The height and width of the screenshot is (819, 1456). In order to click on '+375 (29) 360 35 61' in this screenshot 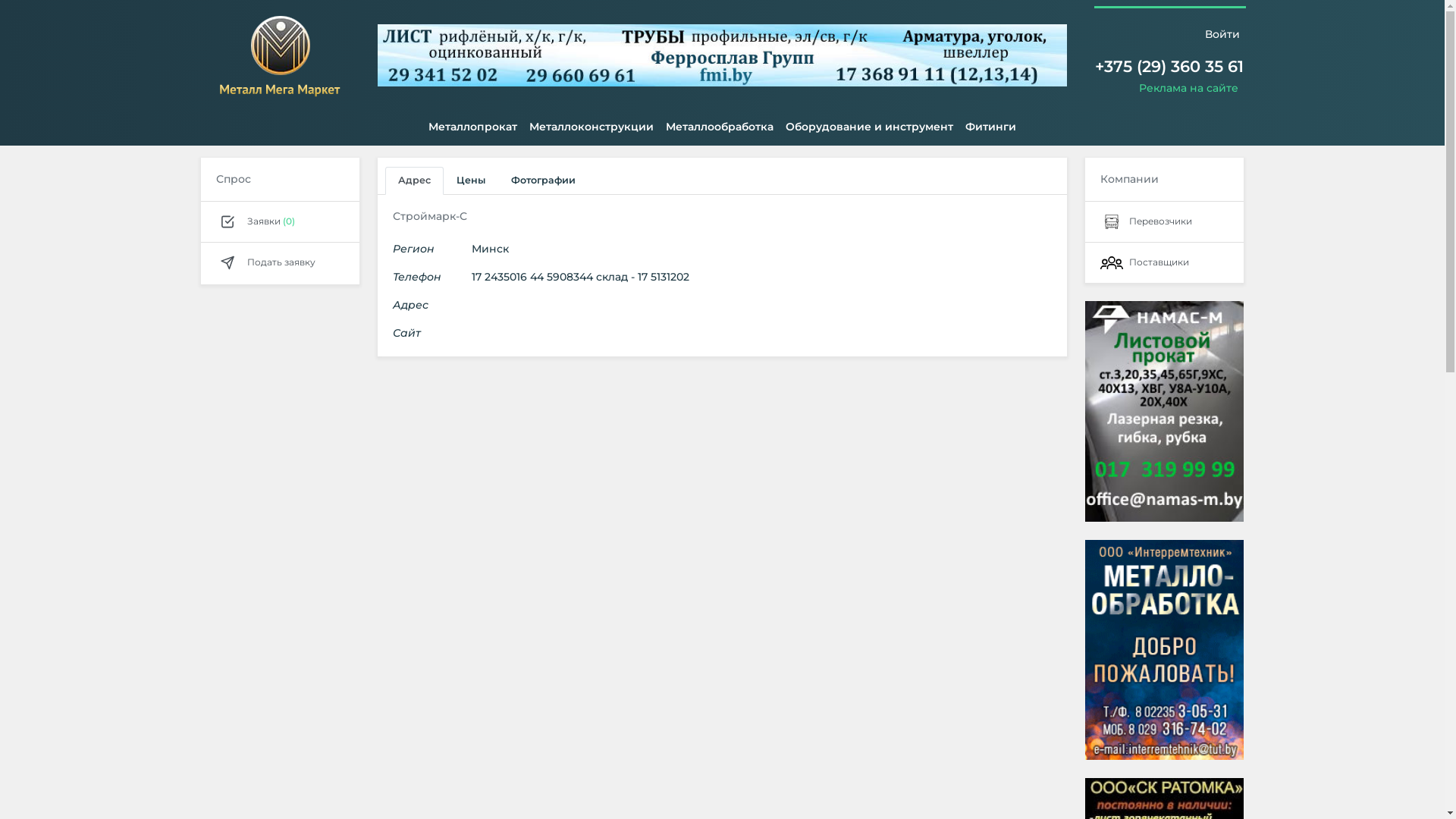, I will do `click(1168, 65)`.